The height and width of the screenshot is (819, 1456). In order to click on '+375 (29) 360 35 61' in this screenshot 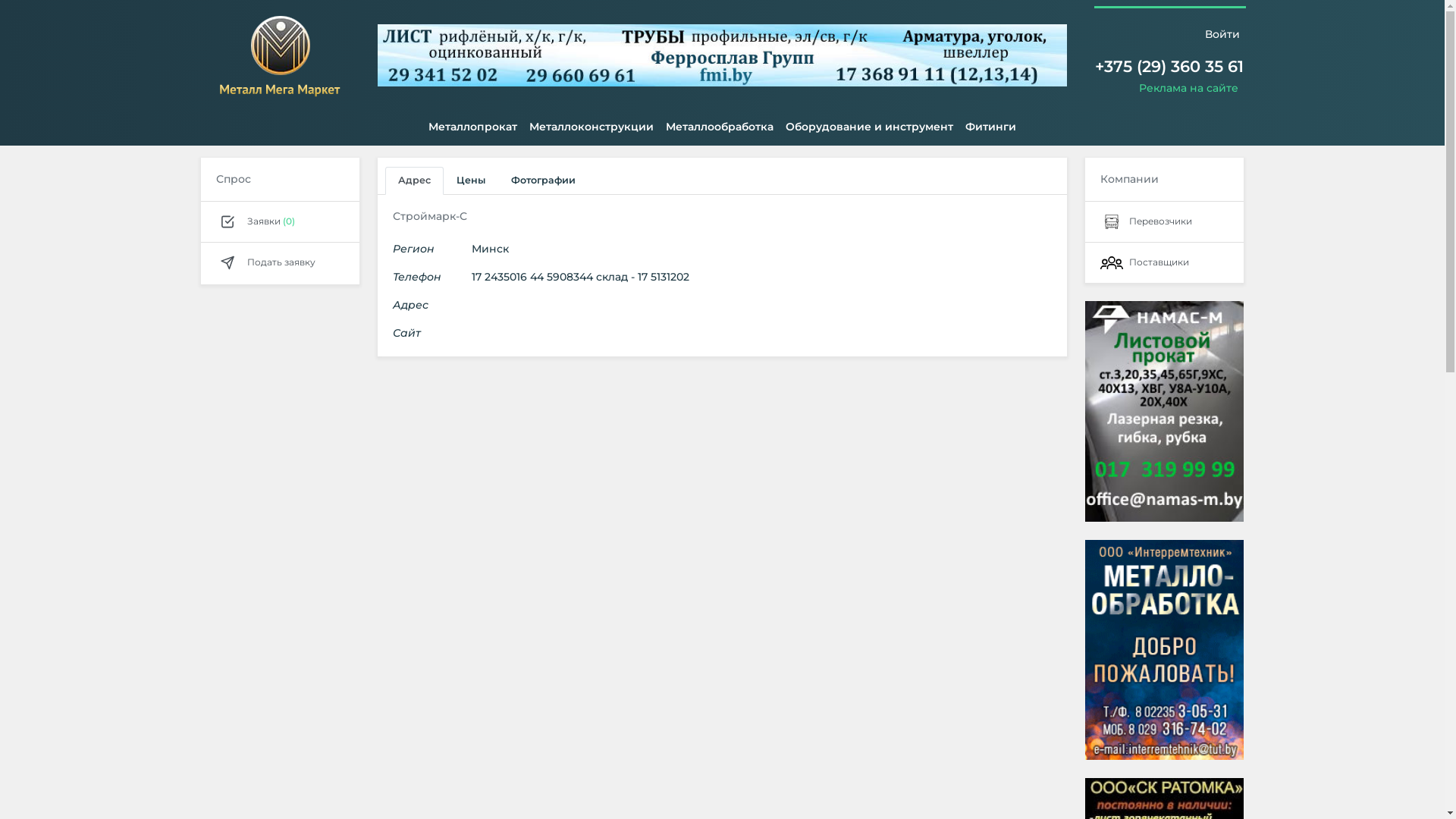, I will do `click(1168, 65)`.